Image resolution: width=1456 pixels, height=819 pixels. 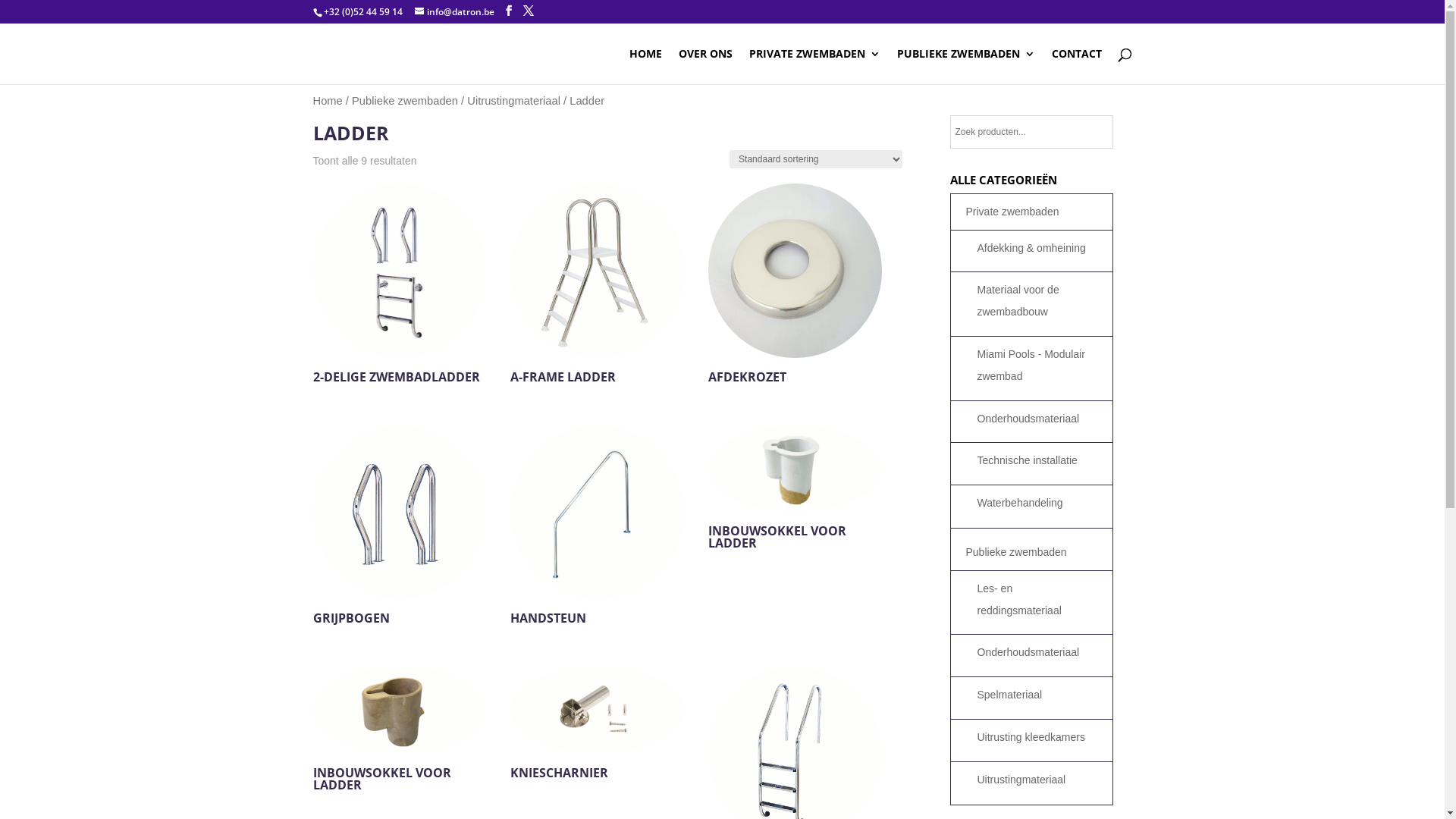 What do you see at coordinates (629, 65) in the screenshot?
I see `'HOME'` at bounding box center [629, 65].